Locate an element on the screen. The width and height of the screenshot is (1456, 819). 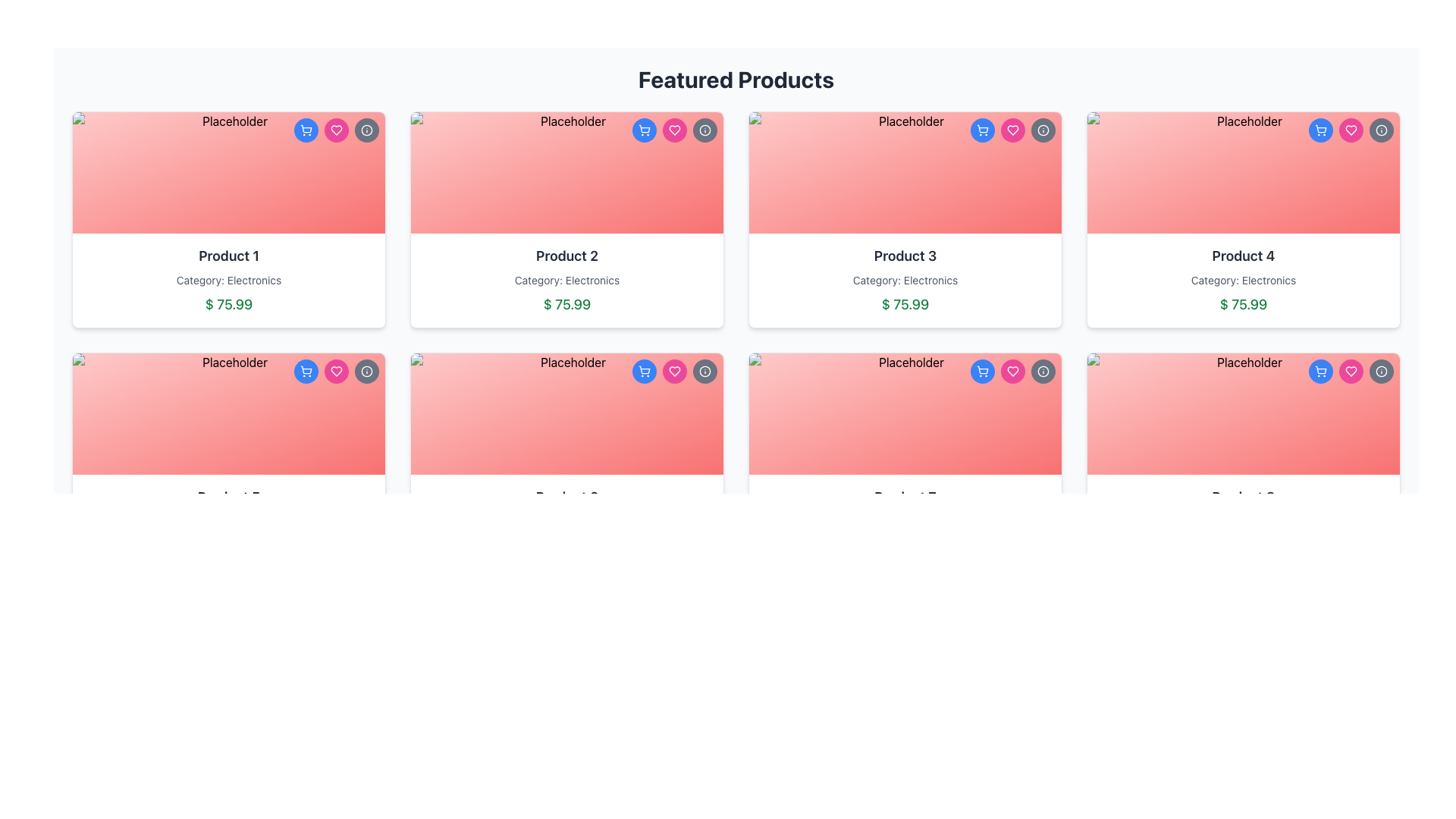
the heart-shaped icon button outlined with a pink stroke in the 'Product 2' card is located at coordinates (673, 371).